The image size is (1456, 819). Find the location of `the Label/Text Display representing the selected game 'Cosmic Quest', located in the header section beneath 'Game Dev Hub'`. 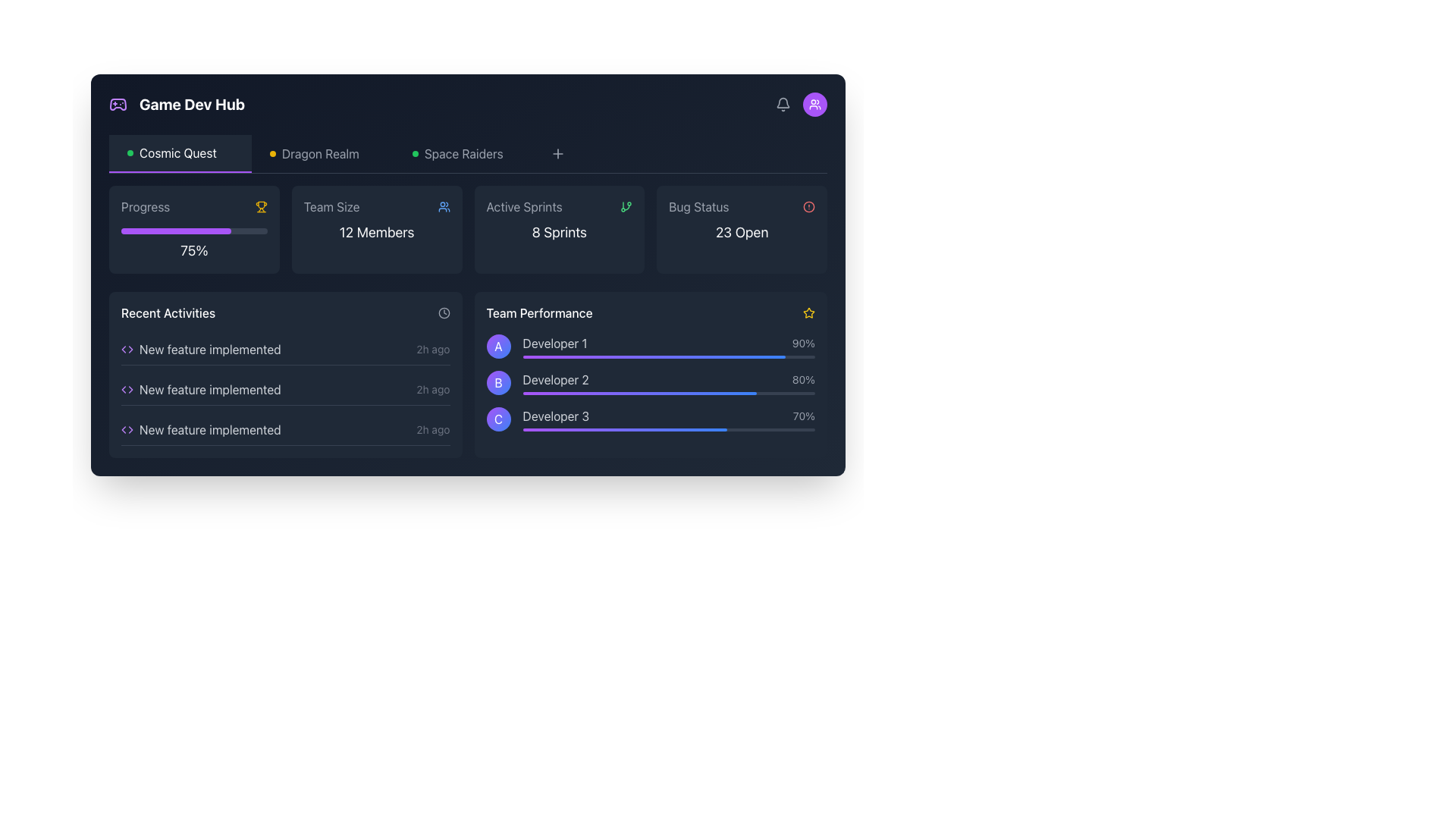

the Label/Text Display representing the selected game 'Cosmic Quest', located in the header section beneath 'Game Dev Hub' is located at coordinates (171, 152).